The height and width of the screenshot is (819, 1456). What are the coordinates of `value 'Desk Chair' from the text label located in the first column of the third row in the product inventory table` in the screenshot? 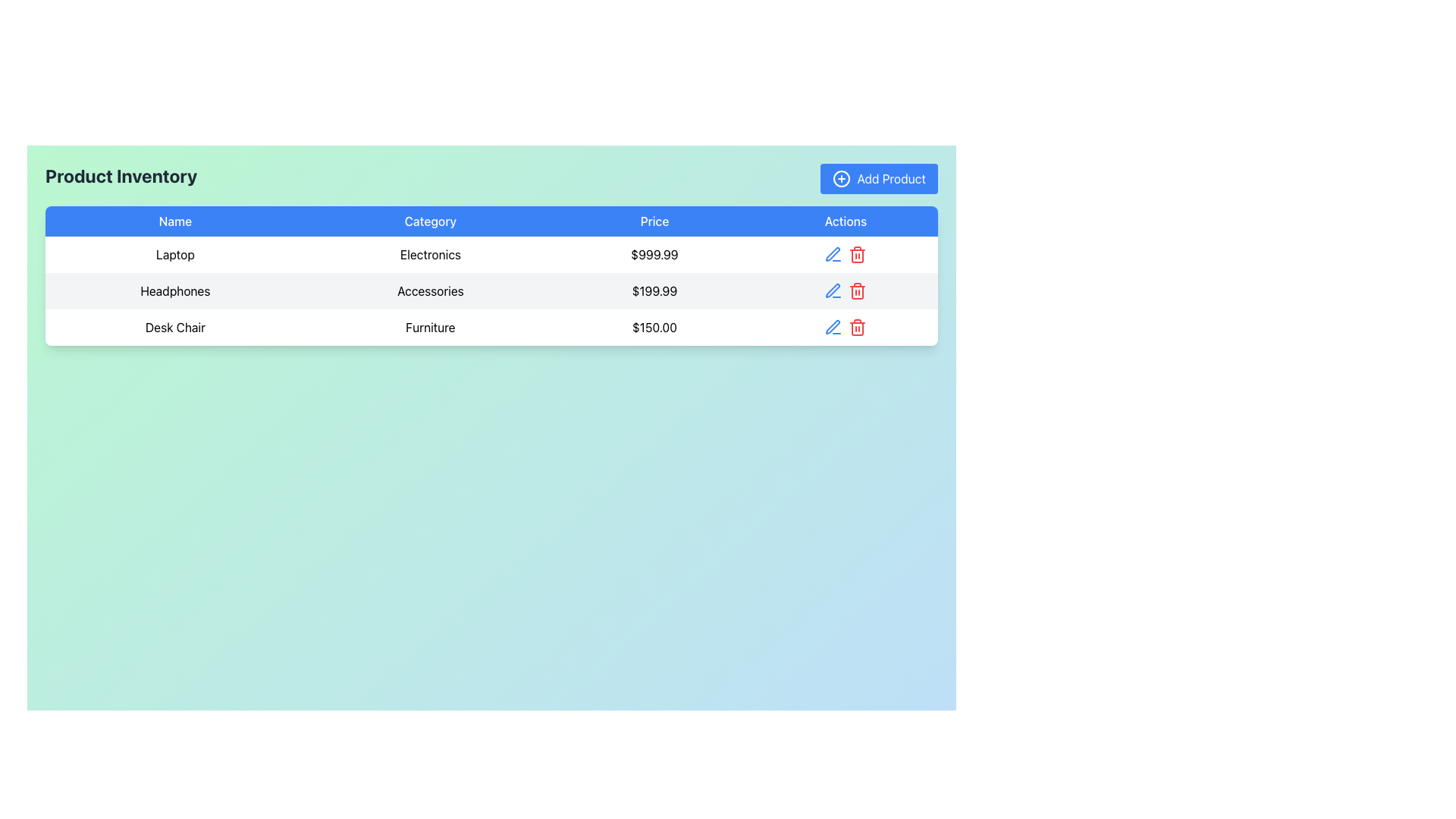 It's located at (175, 327).